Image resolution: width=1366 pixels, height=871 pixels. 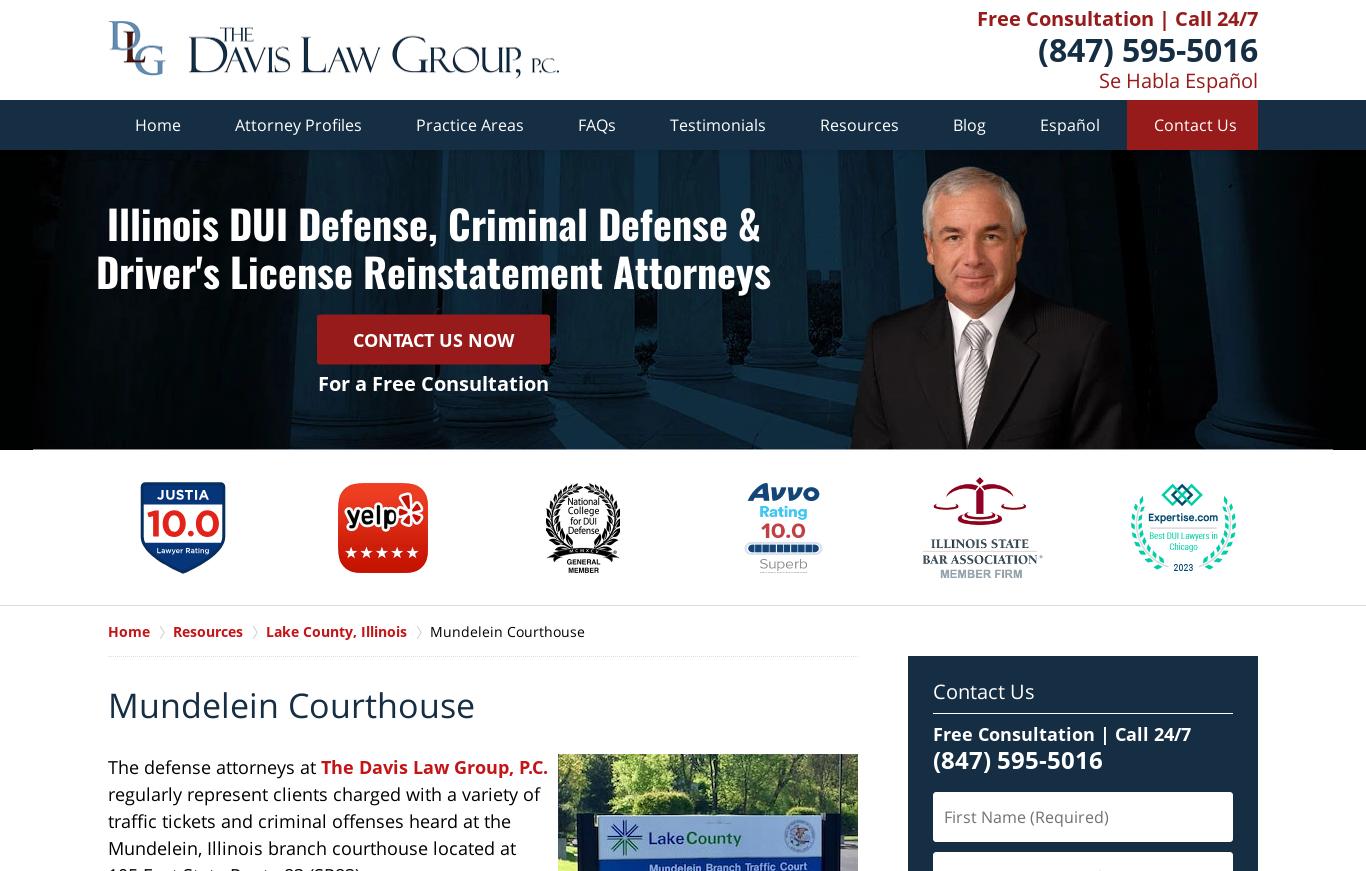 What do you see at coordinates (234, 123) in the screenshot?
I see `'Attorney Profiles'` at bounding box center [234, 123].